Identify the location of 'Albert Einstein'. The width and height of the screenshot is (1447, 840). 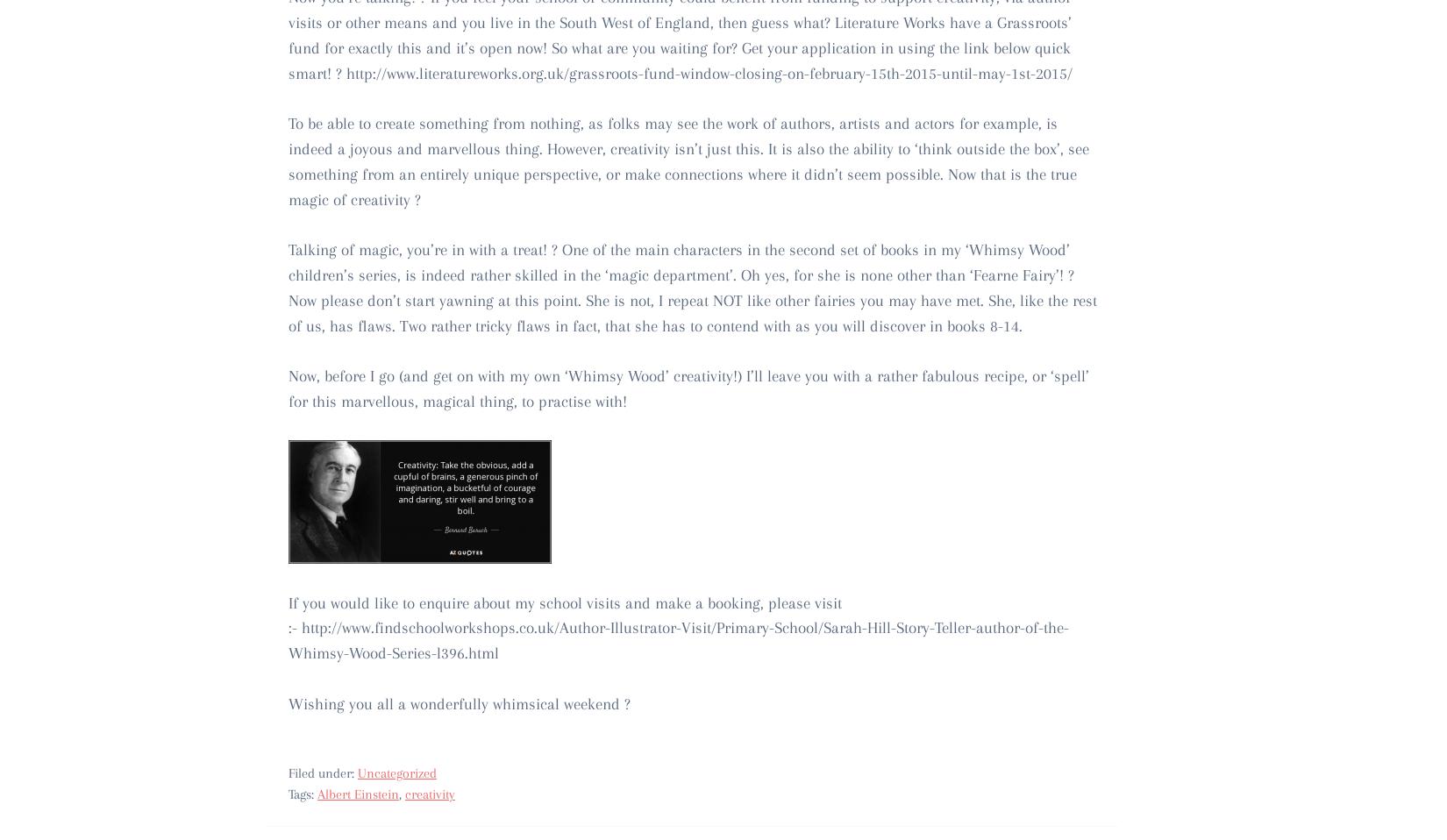
(358, 794).